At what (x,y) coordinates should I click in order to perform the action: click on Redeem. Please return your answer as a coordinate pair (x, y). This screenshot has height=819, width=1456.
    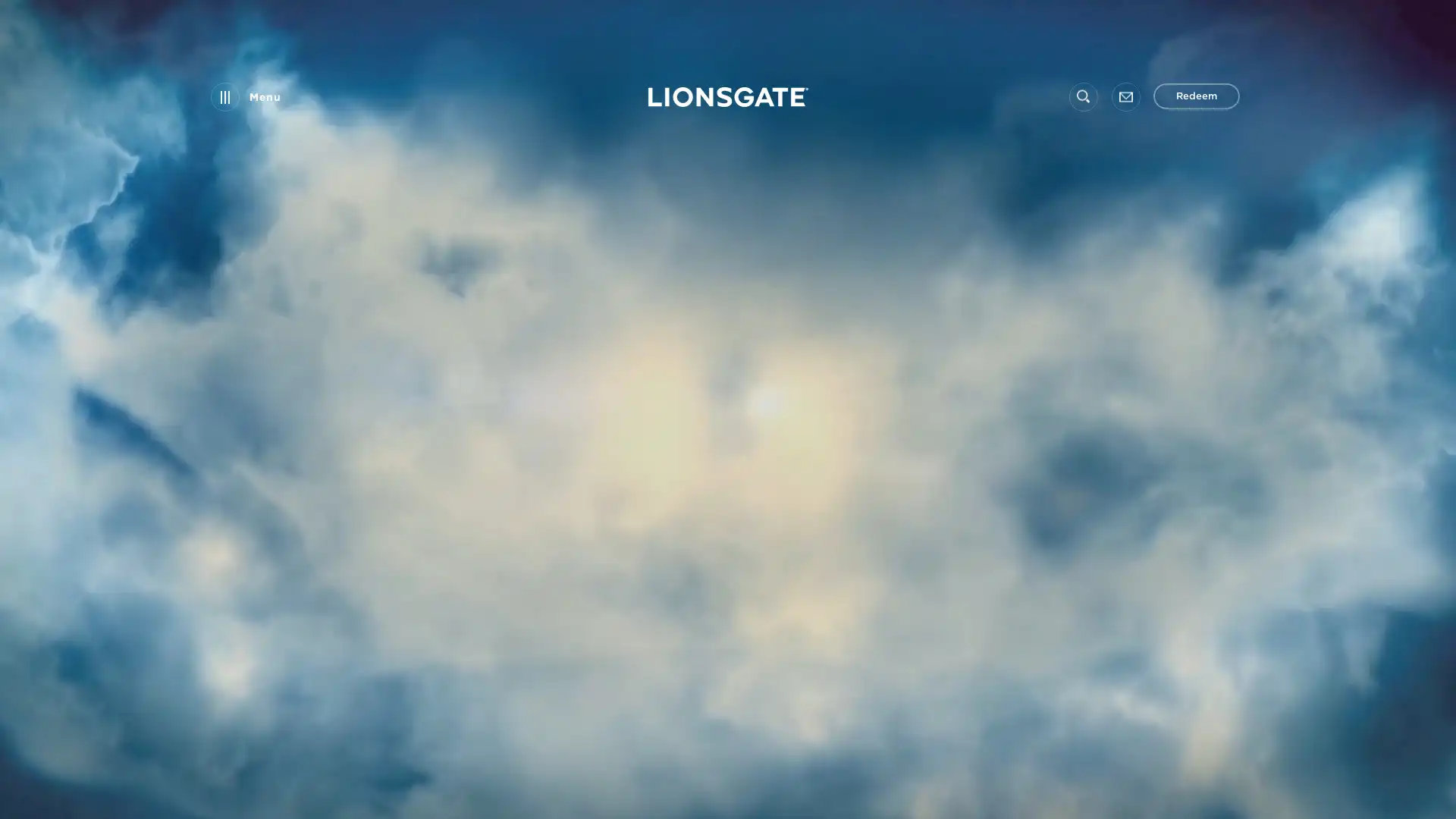
    Looking at the image, I should click on (1196, 96).